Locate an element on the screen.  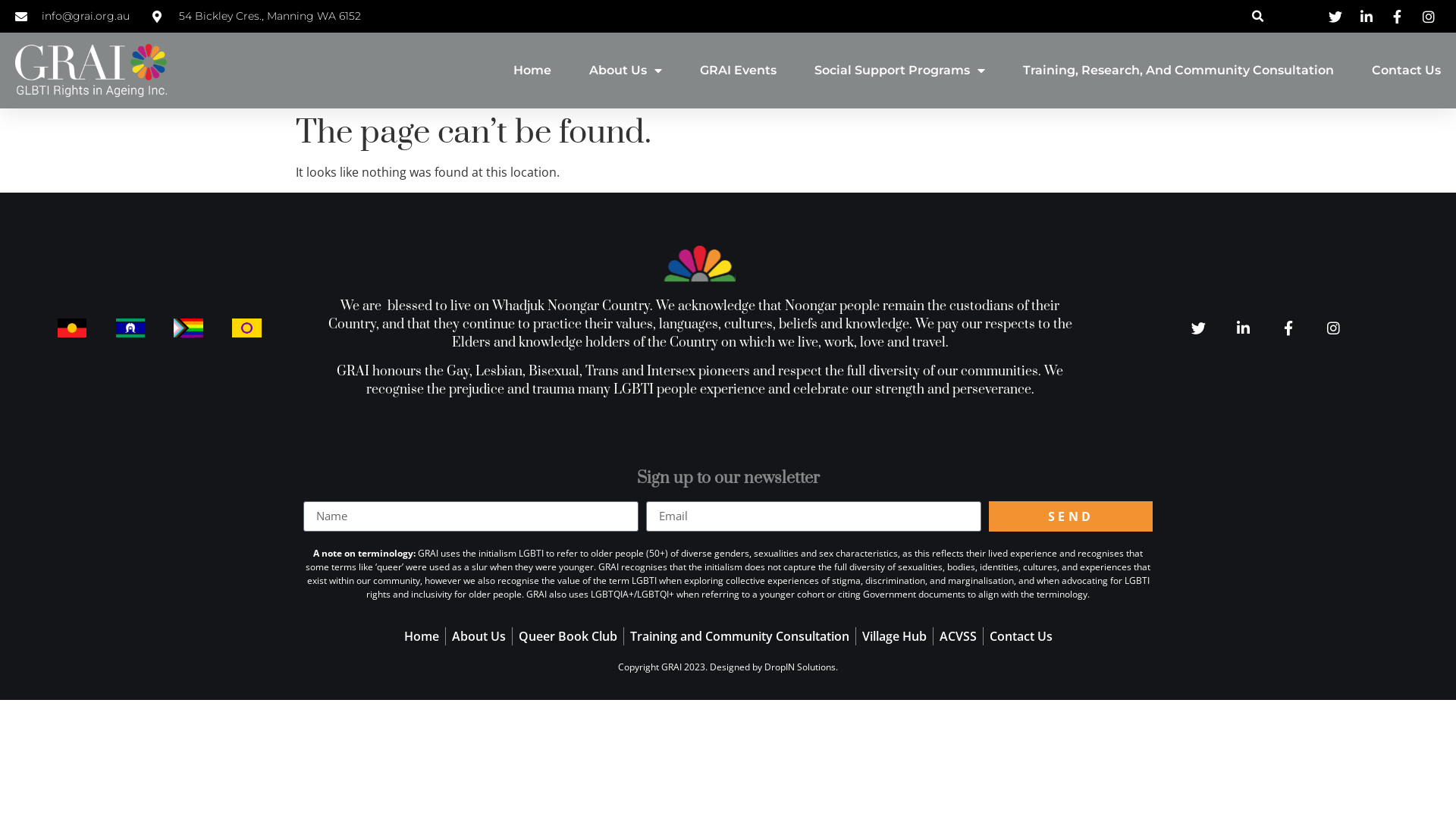
'Queer Book Club' is located at coordinates (519, 636).